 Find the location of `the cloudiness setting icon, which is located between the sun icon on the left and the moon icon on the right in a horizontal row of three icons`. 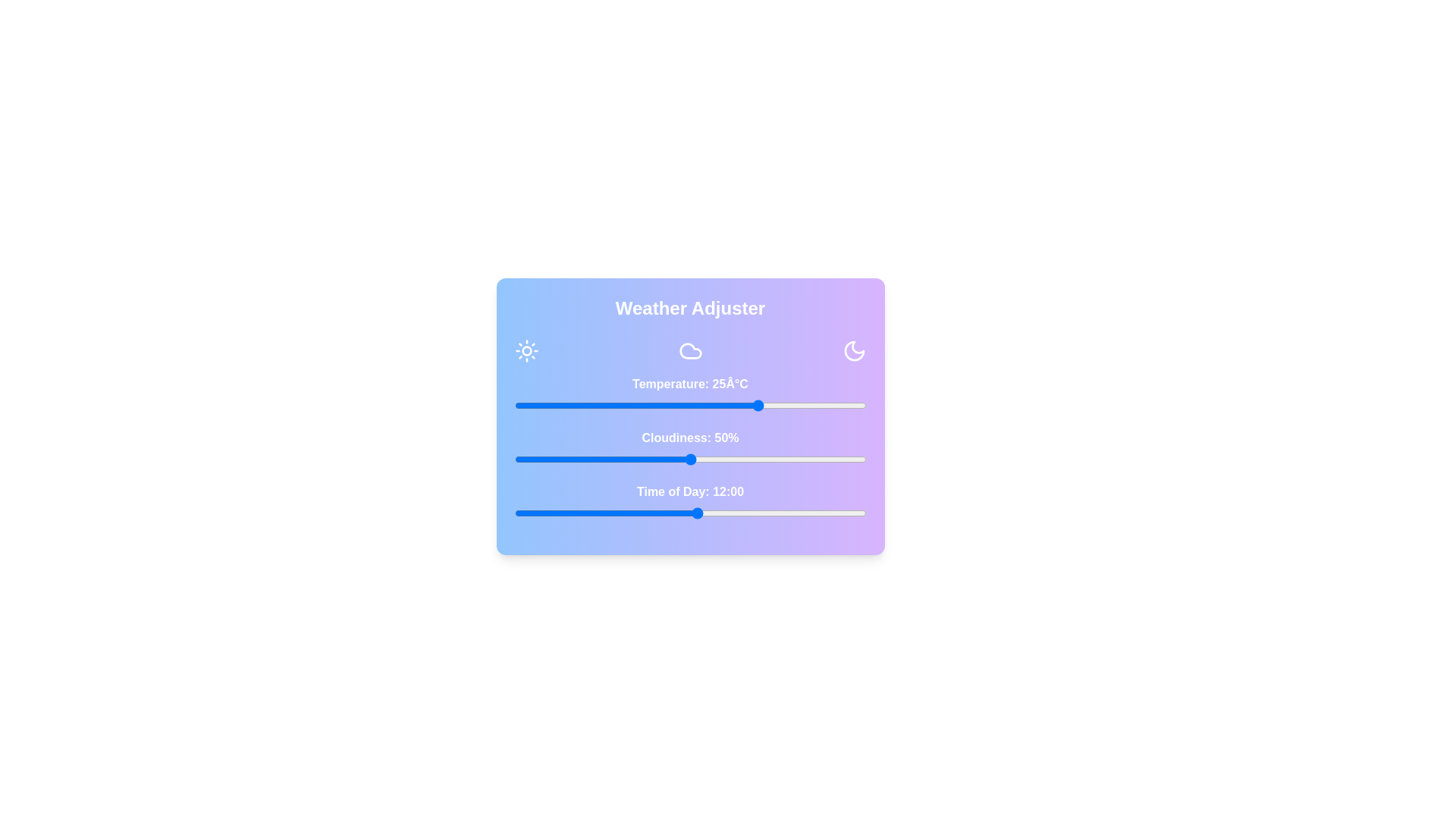

the cloudiness setting icon, which is located between the sun icon on the left and the moon icon on the right in a horizontal row of three icons is located at coordinates (689, 350).